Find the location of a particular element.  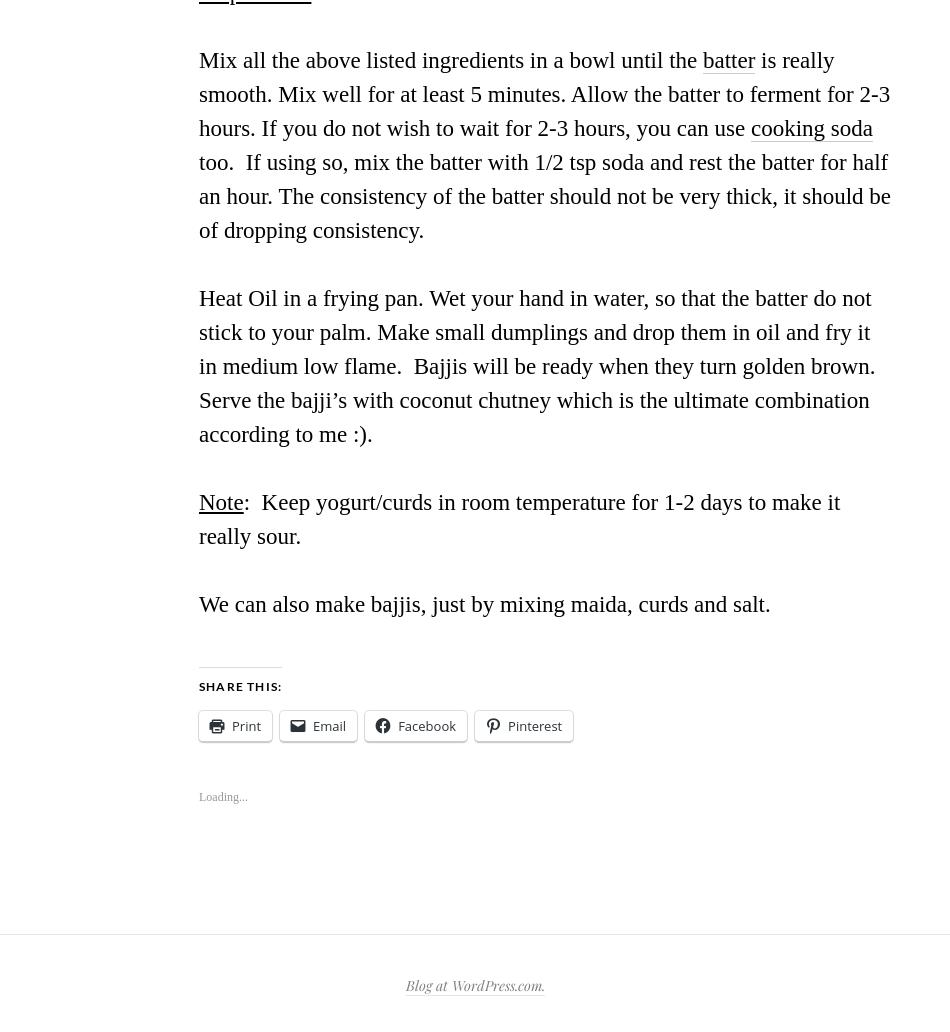

'Heat Oil in a frying pan. Wet your hand in water, so that the batter do not stick to your palm. Make small dumplings and drop them in oil and fry it in medium low flame.  Bajjis will be ready when they turn golden brown. Serve the bajji’s with coconut chutney which is the ultimate combination according to me :).' is located at coordinates (537, 365).